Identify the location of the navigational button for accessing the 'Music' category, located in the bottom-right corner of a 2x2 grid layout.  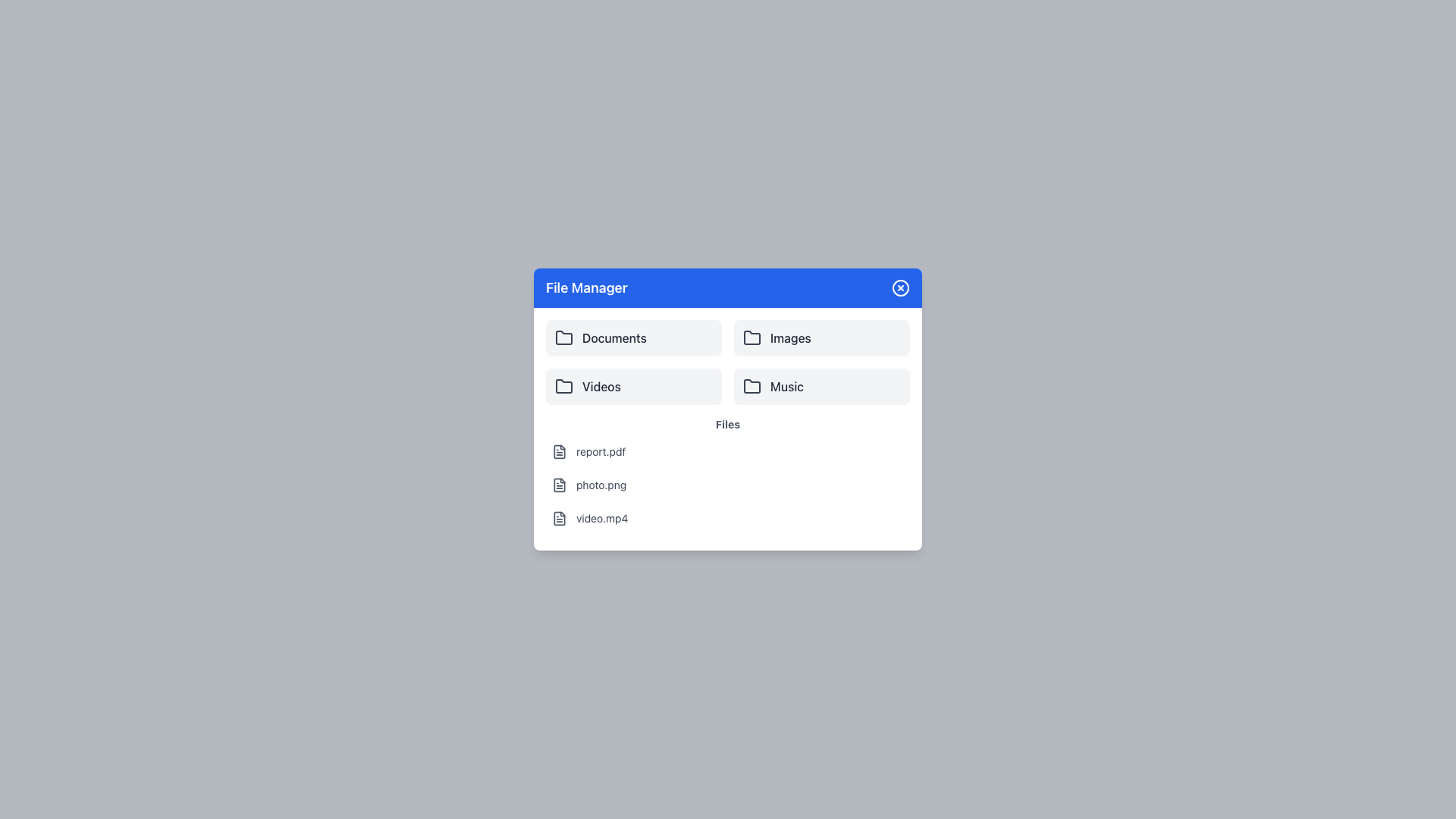
(821, 385).